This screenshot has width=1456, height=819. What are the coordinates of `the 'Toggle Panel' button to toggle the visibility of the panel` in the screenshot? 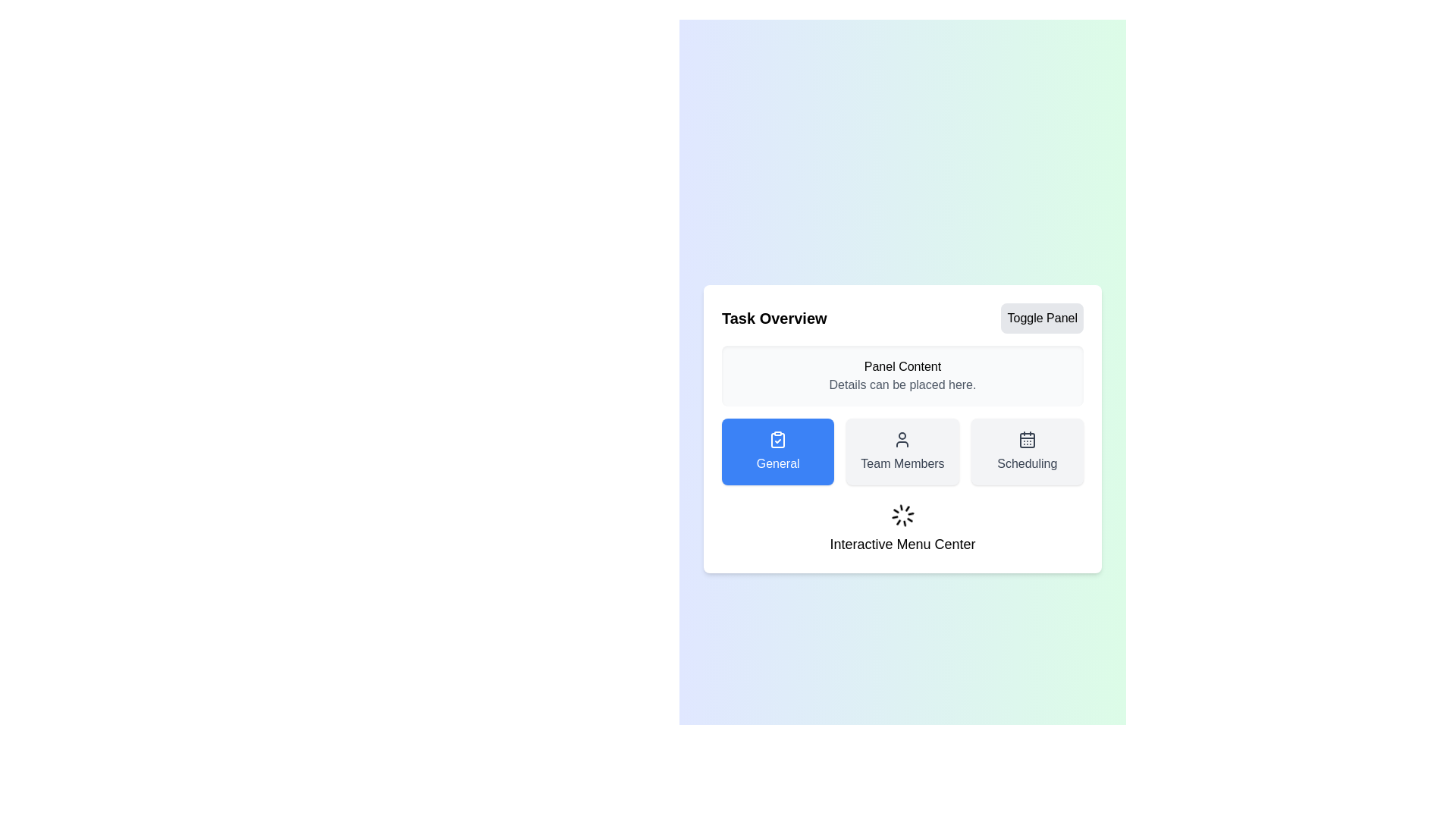 It's located at (1041, 318).